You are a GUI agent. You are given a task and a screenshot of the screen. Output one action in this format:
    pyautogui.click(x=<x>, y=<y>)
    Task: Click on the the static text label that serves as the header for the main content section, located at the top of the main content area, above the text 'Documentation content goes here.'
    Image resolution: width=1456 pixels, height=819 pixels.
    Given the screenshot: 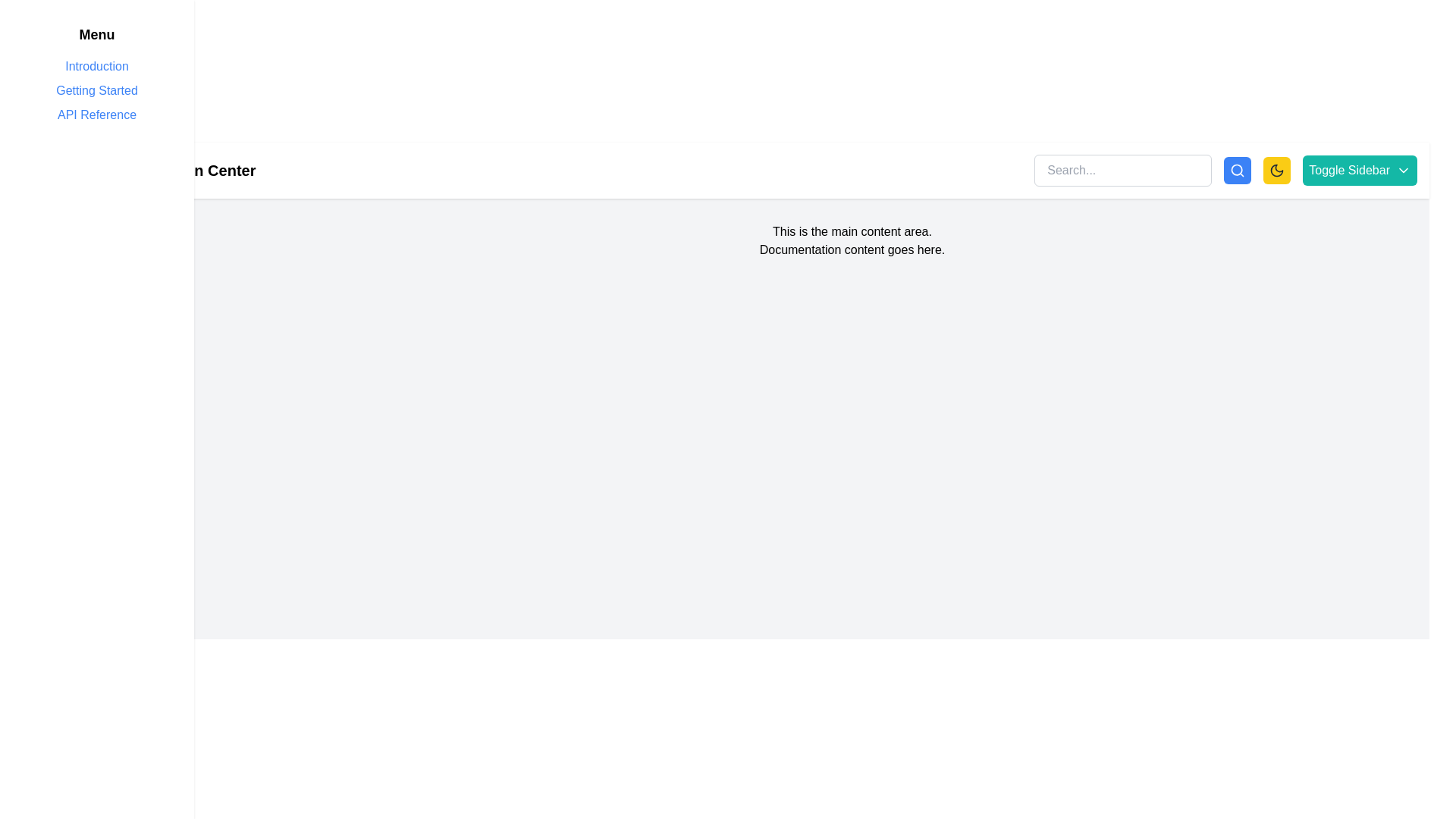 What is the action you would take?
    pyautogui.click(x=852, y=231)
    